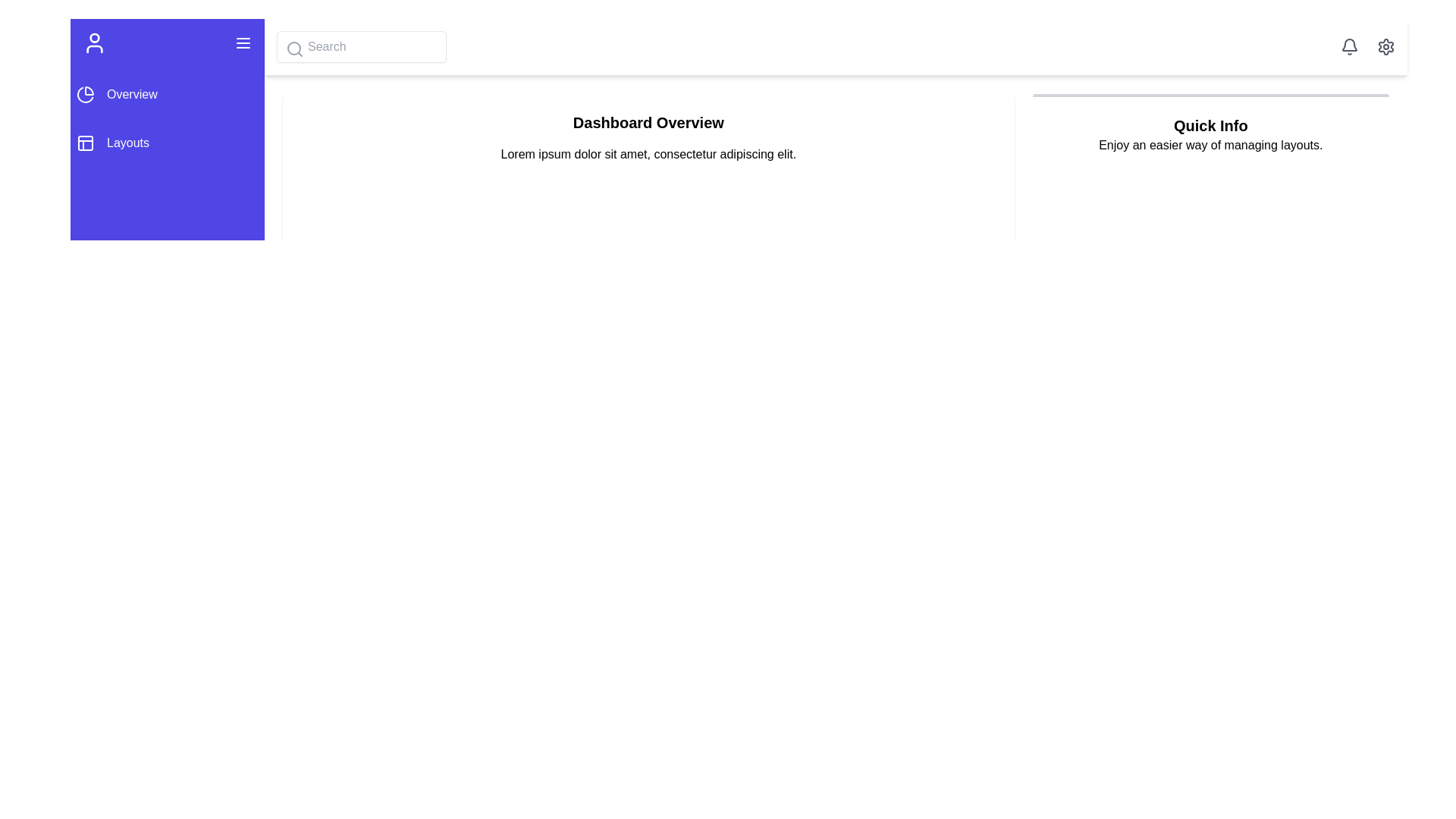 This screenshot has height=819, width=1456. What do you see at coordinates (132, 94) in the screenshot?
I see `the 'Overview' text label in the left vertical menu bar` at bounding box center [132, 94].